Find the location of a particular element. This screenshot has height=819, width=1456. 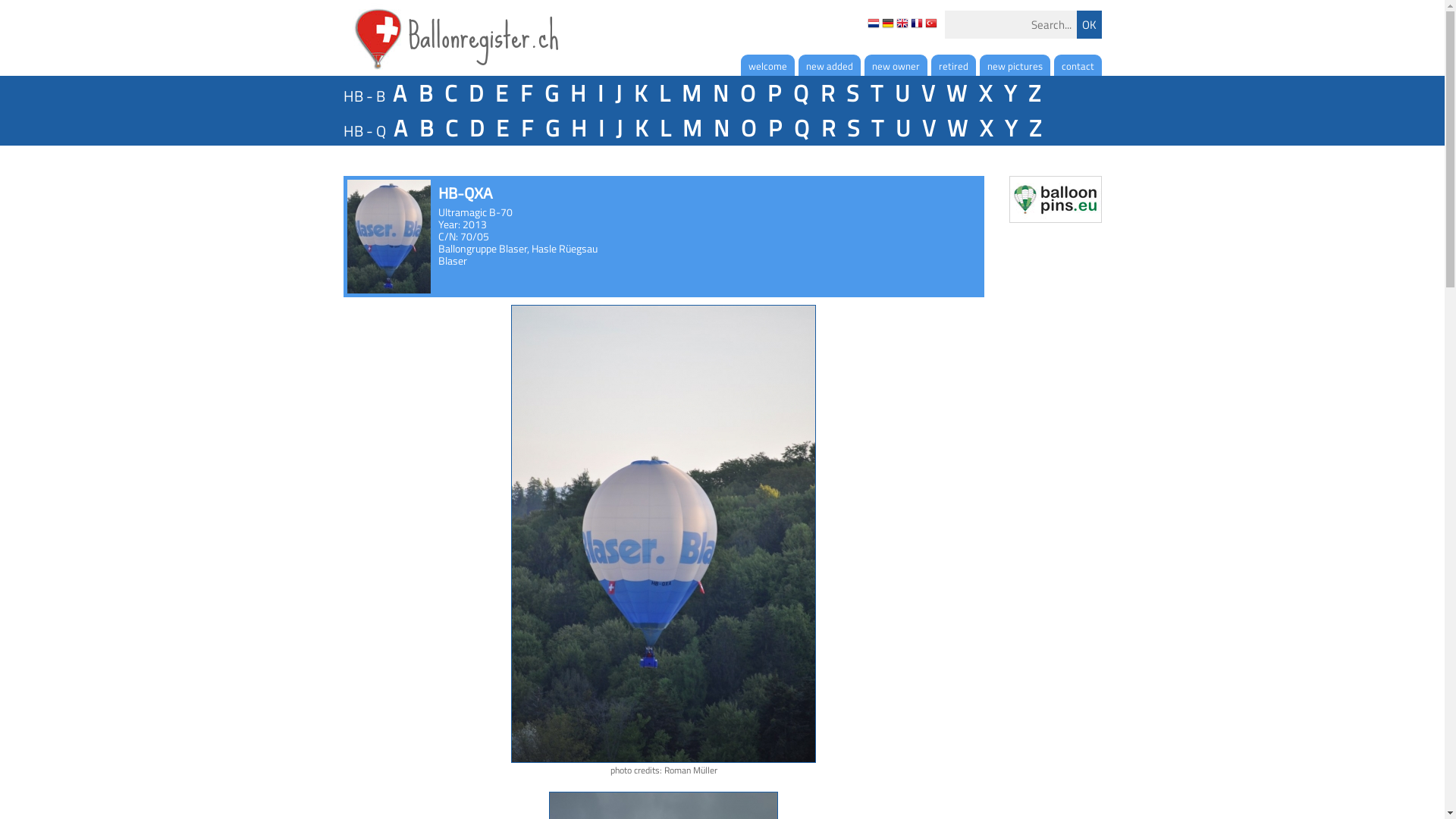

'P' is located at coordinates (774, 93).